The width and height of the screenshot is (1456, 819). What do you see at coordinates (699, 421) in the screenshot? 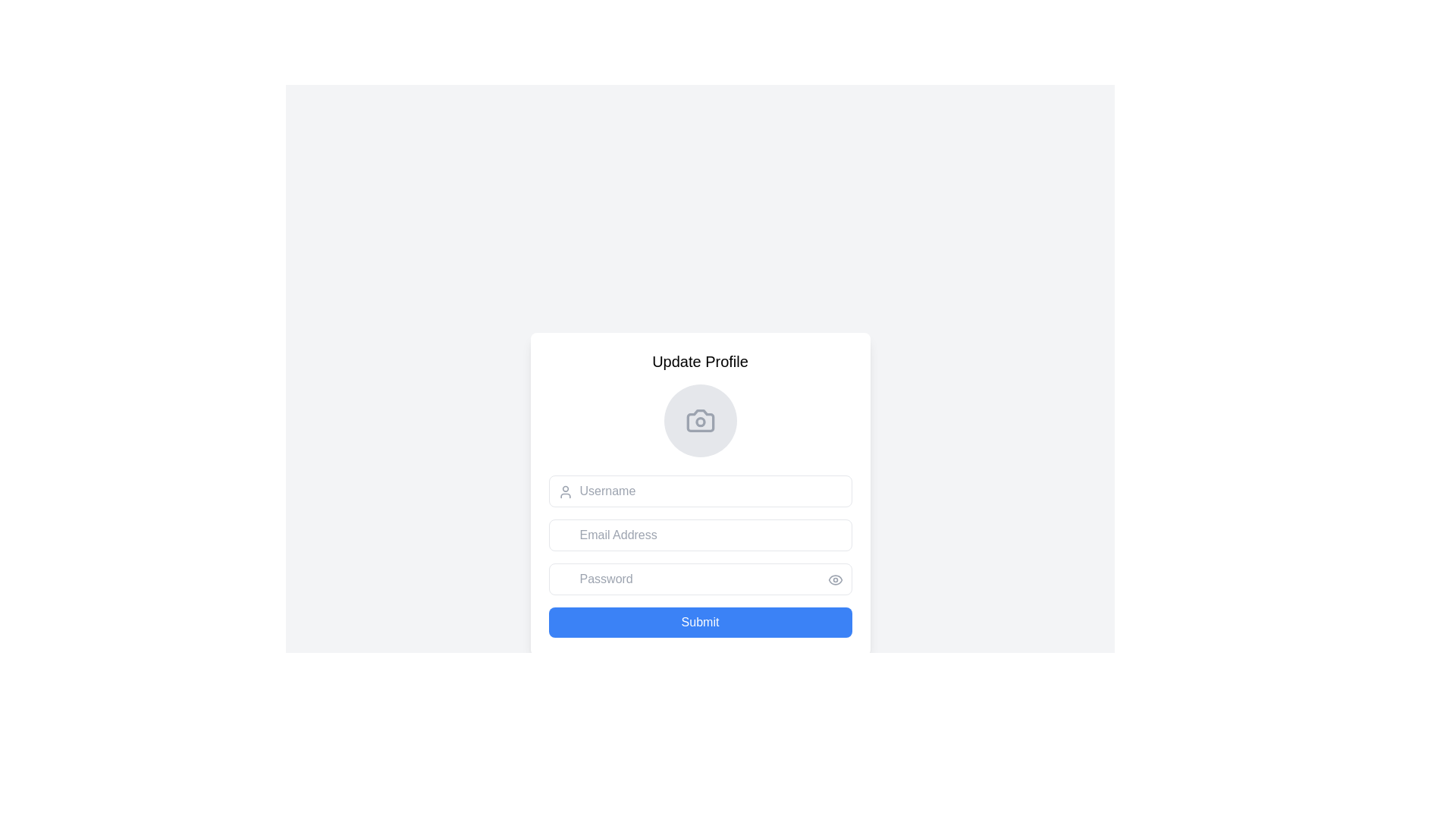
I see `the circular placeholder for image upload located in the center of the profile update form to initiate a profile picture upload` at bounding box center [699, 421].